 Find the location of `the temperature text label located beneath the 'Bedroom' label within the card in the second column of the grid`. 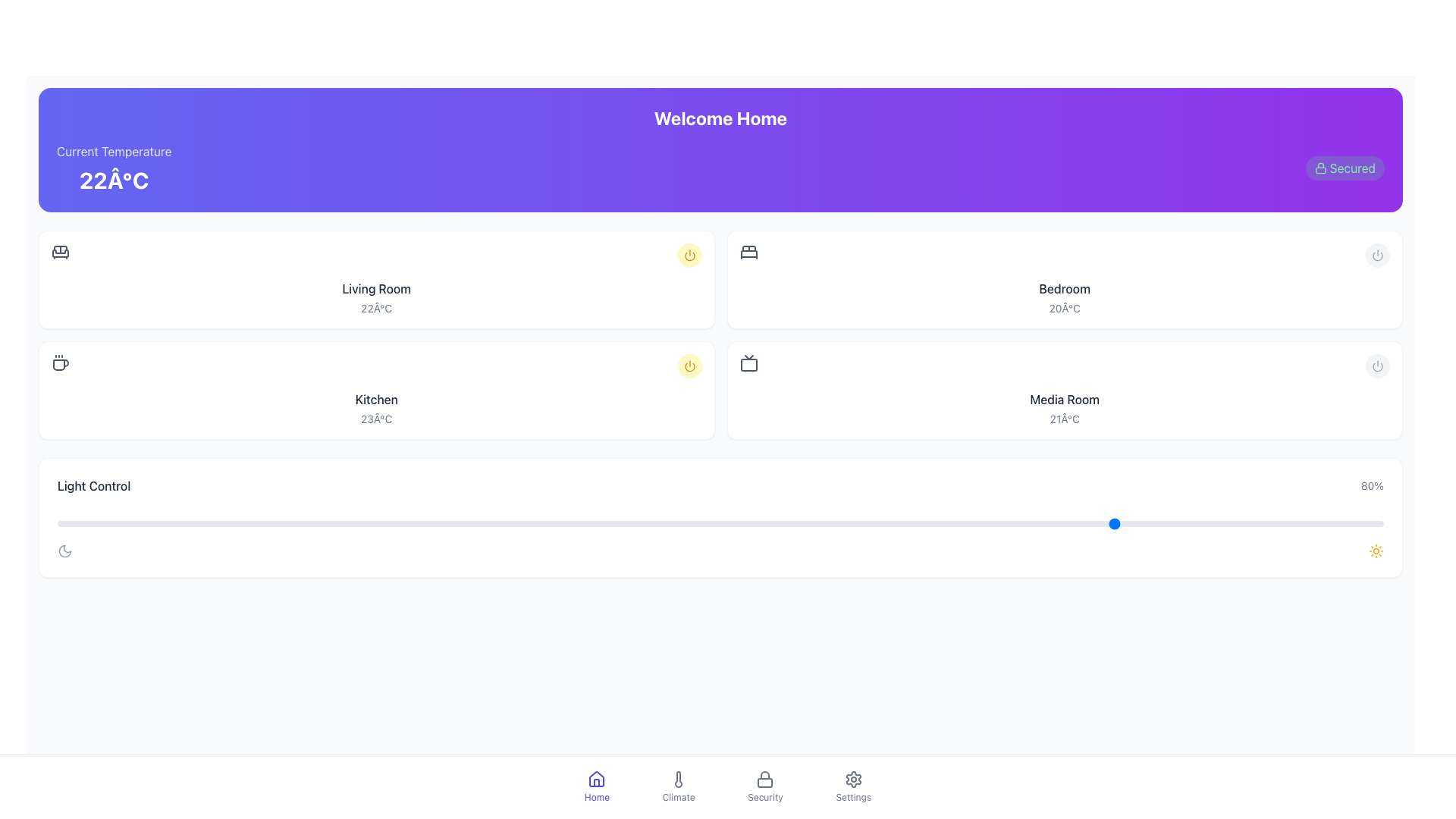

the temperature text label located beneath the 'Bedroom' label within the card in the second column of the grid is located at coordinates (1064, 308).